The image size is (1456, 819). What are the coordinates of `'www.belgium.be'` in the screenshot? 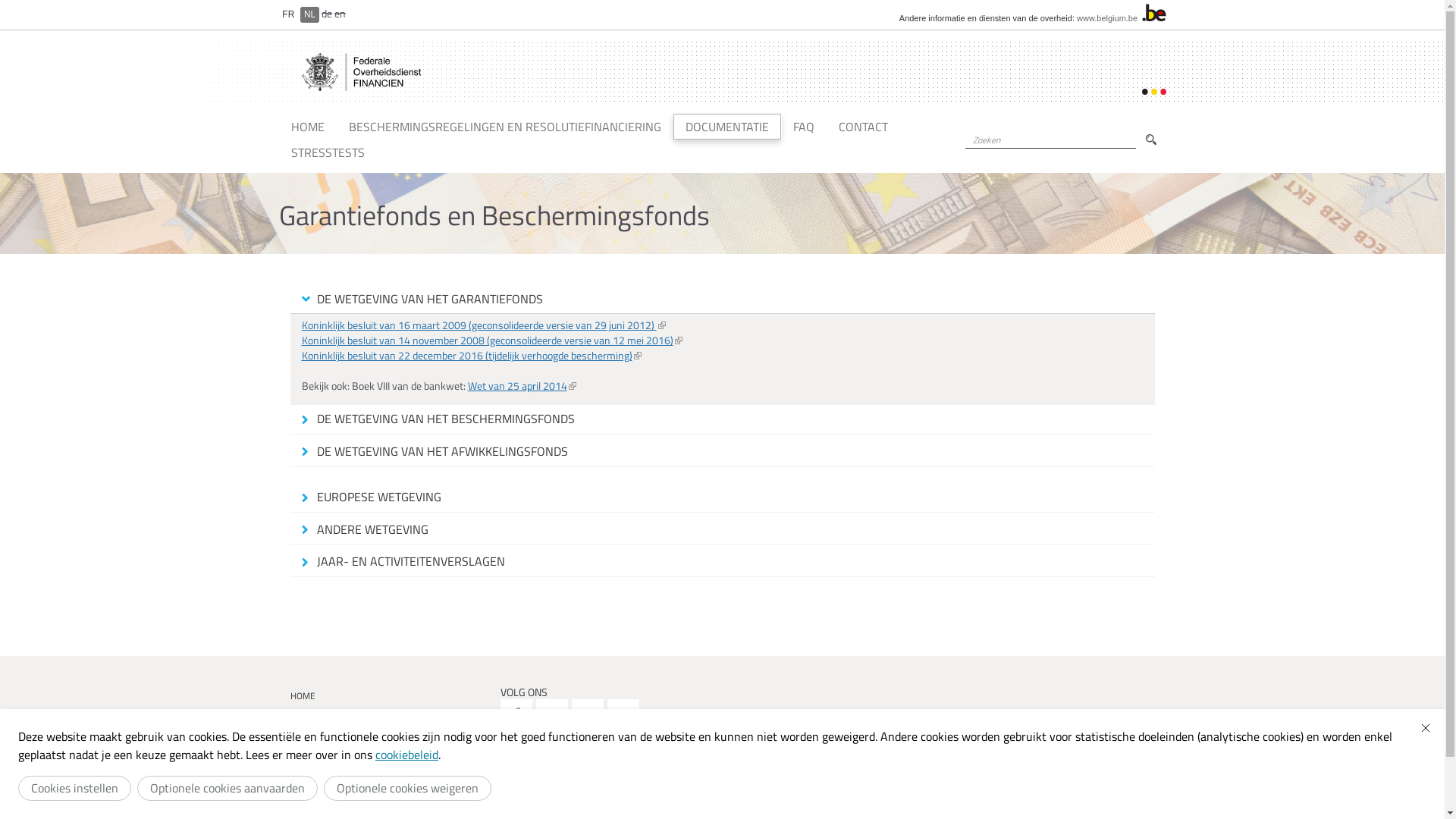 It's located at (1106, 17).